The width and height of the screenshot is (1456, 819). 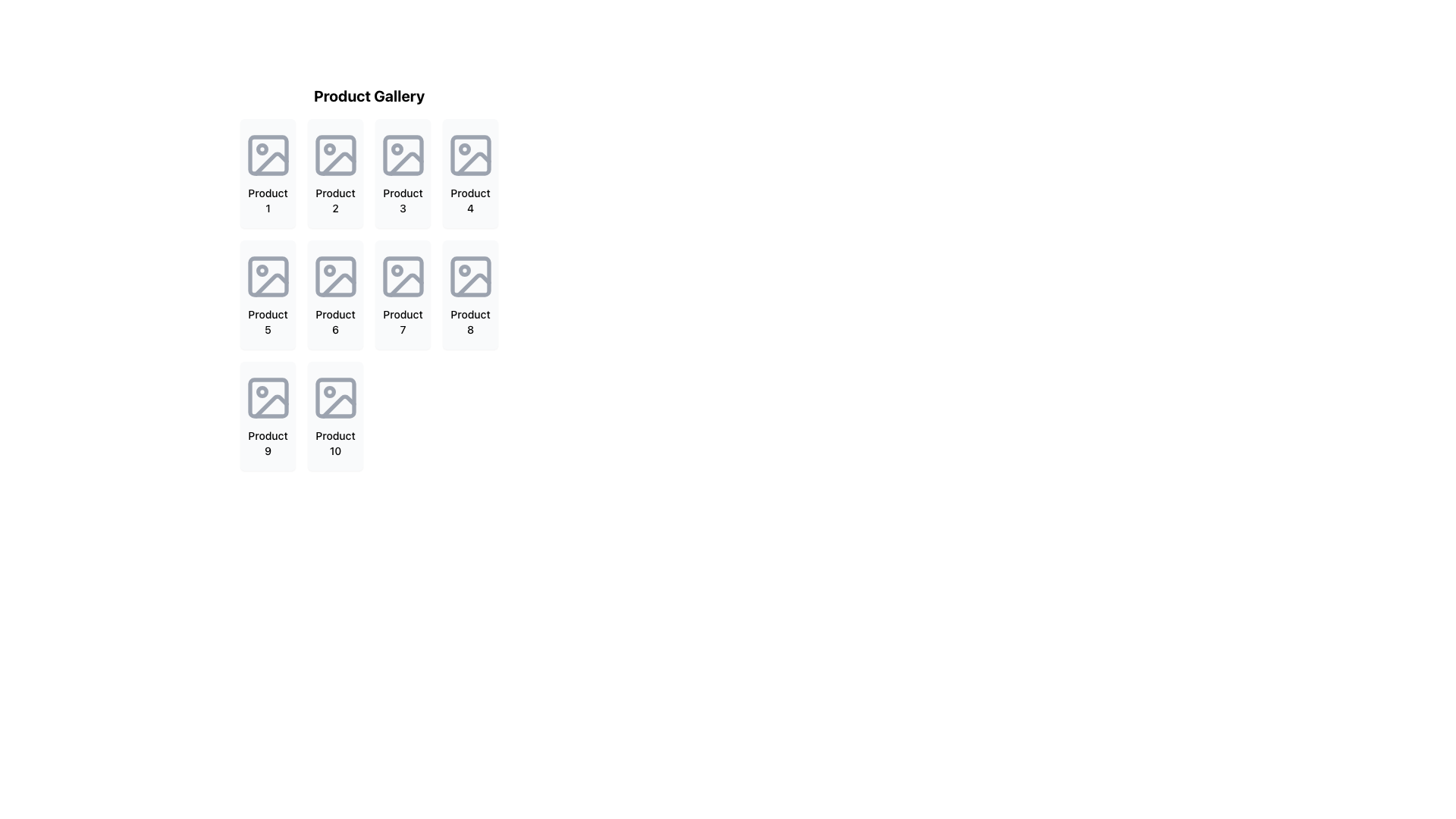 I want to click on the image placeholder icon located in the center of the 'Product 7' card, which features a gray design with a rectangular frame and circular elements, so click(x=403, y=277).